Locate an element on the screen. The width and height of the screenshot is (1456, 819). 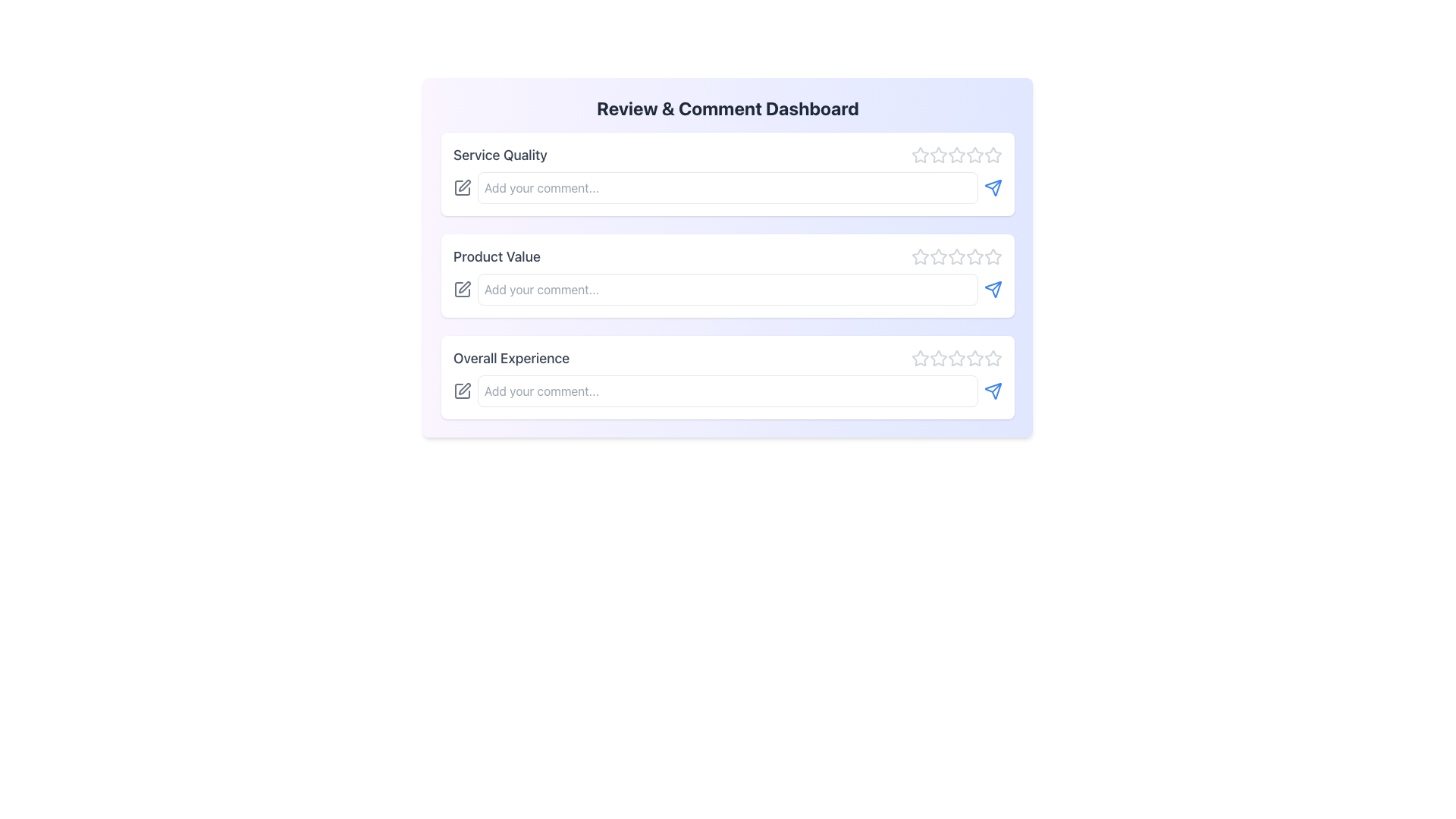
the edit icon button adjacent to the 'Overall Experience' text input field is located at coordinates (461, 391).